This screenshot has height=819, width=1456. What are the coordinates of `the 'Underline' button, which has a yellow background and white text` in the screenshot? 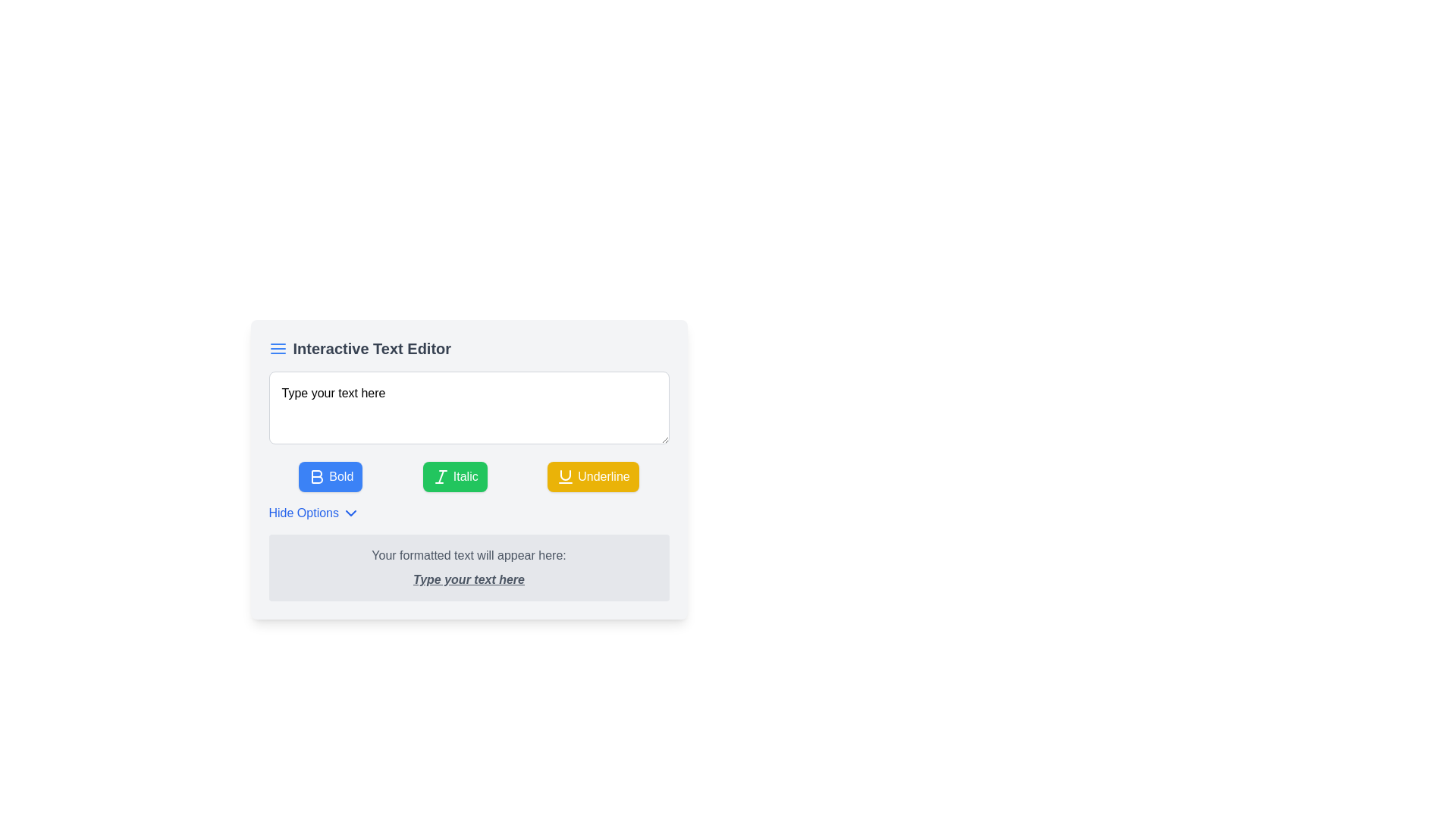 It's located at (592, 475).